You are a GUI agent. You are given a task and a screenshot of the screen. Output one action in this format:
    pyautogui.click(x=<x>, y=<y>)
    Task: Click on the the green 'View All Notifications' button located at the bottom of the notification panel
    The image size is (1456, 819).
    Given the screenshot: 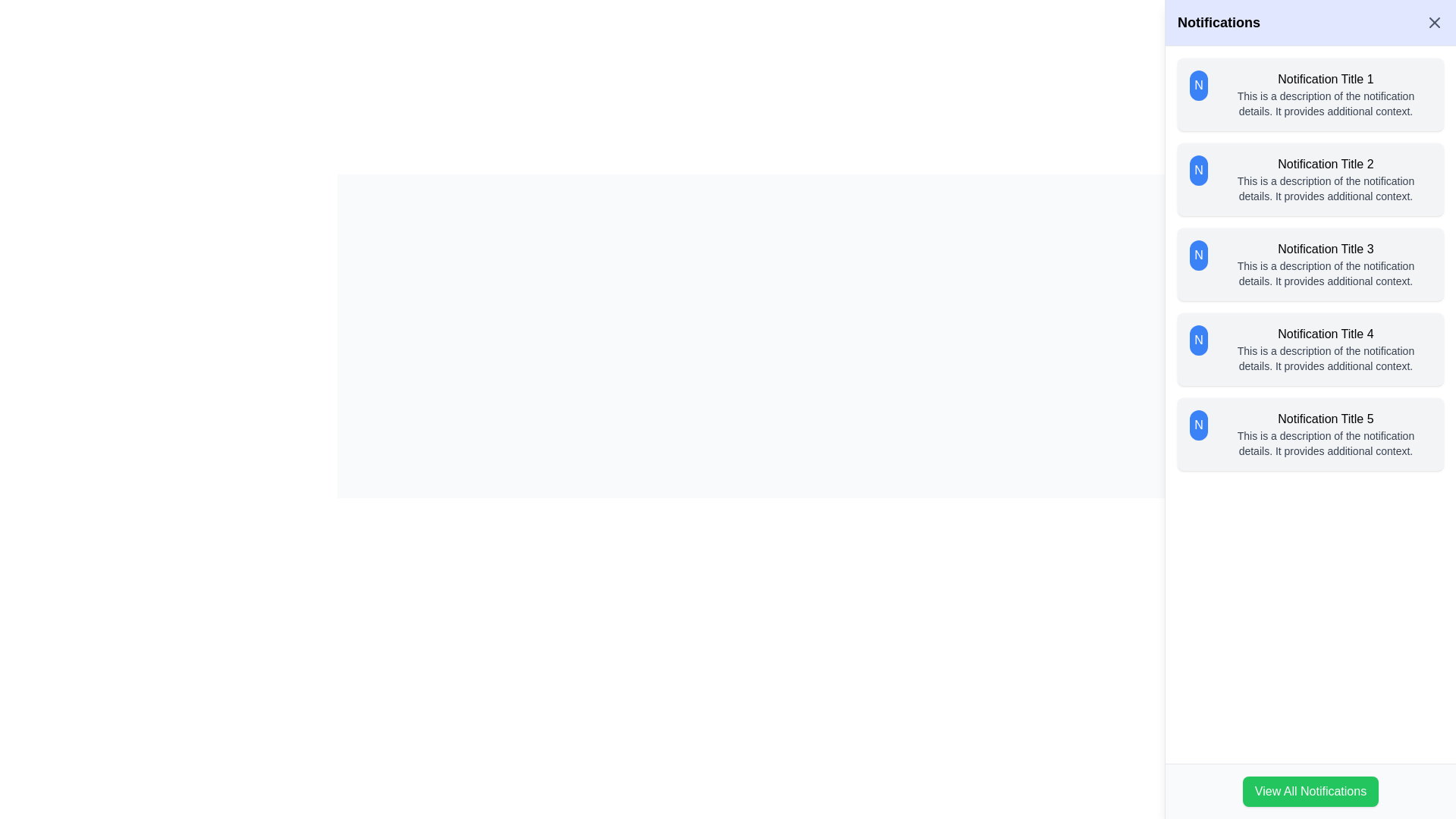 What is the action you would take?
    pyautogui.click(x=1310, y=791)
    